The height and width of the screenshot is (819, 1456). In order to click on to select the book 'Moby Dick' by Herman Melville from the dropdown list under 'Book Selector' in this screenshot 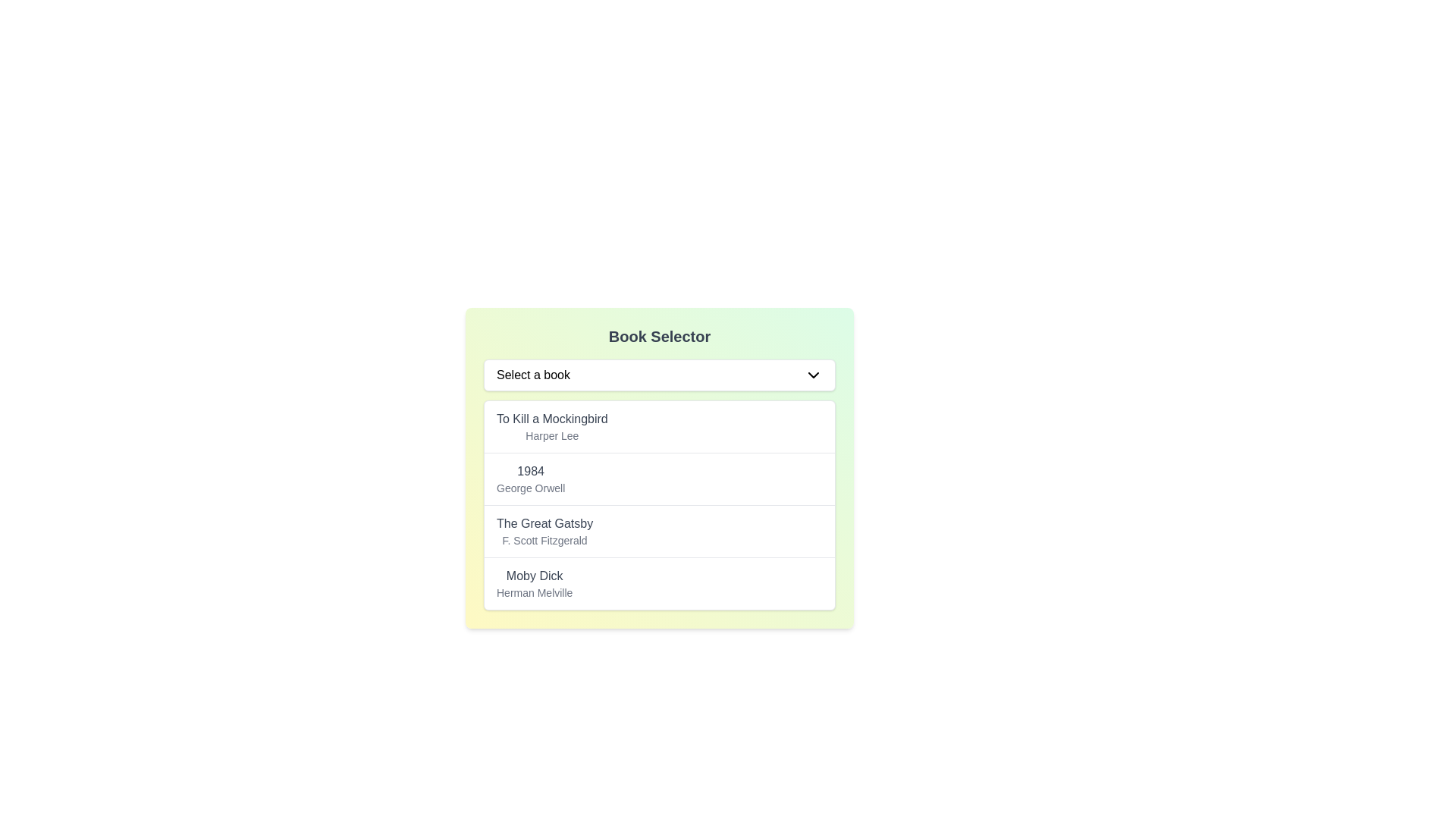, I will do `click(659, 582)`.